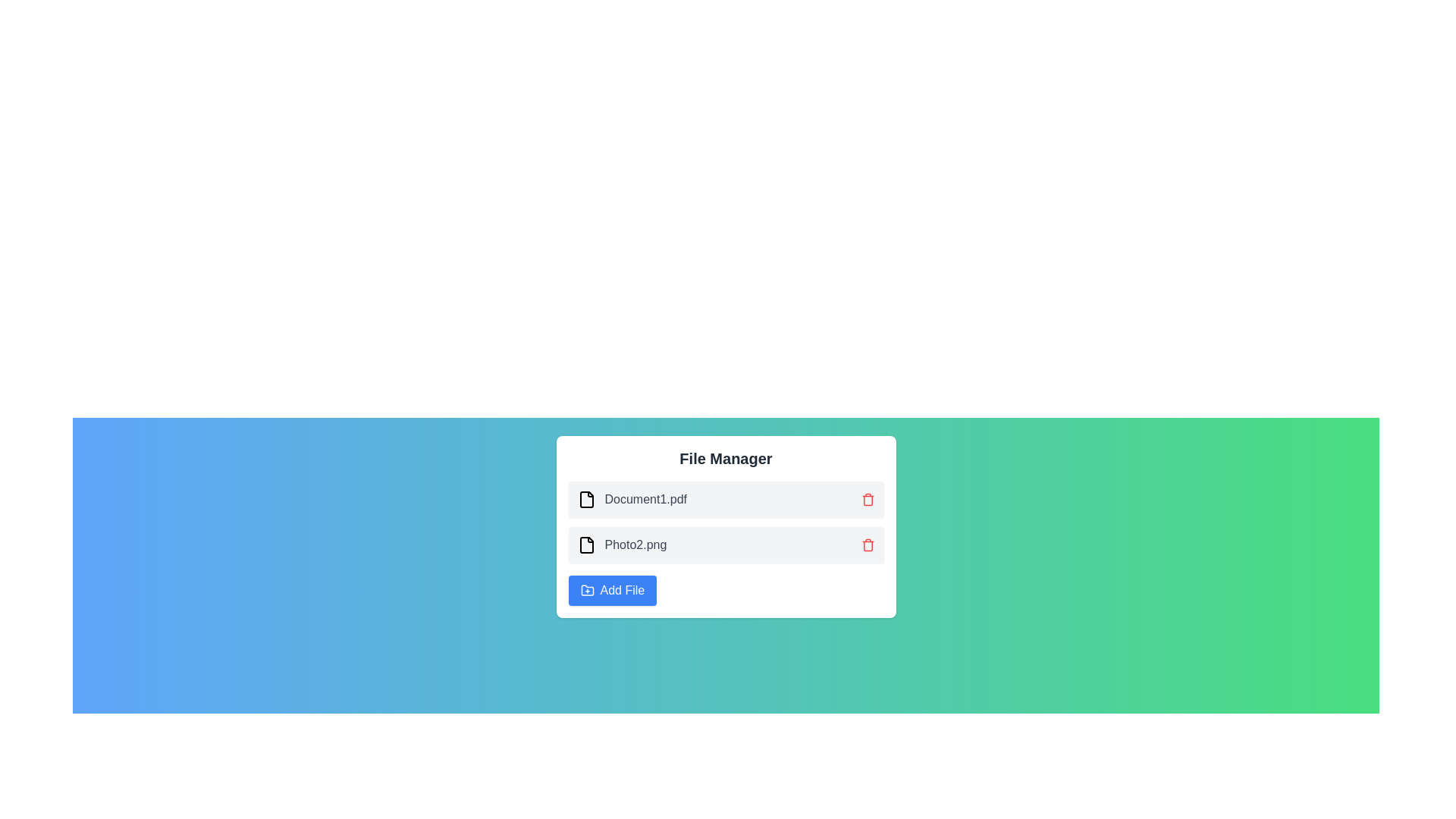  I want to click on the 'Add File' button which contains an icon for adding or creating a new file or folder, located at the bottom section of the file manager interface, so click(586, 590).